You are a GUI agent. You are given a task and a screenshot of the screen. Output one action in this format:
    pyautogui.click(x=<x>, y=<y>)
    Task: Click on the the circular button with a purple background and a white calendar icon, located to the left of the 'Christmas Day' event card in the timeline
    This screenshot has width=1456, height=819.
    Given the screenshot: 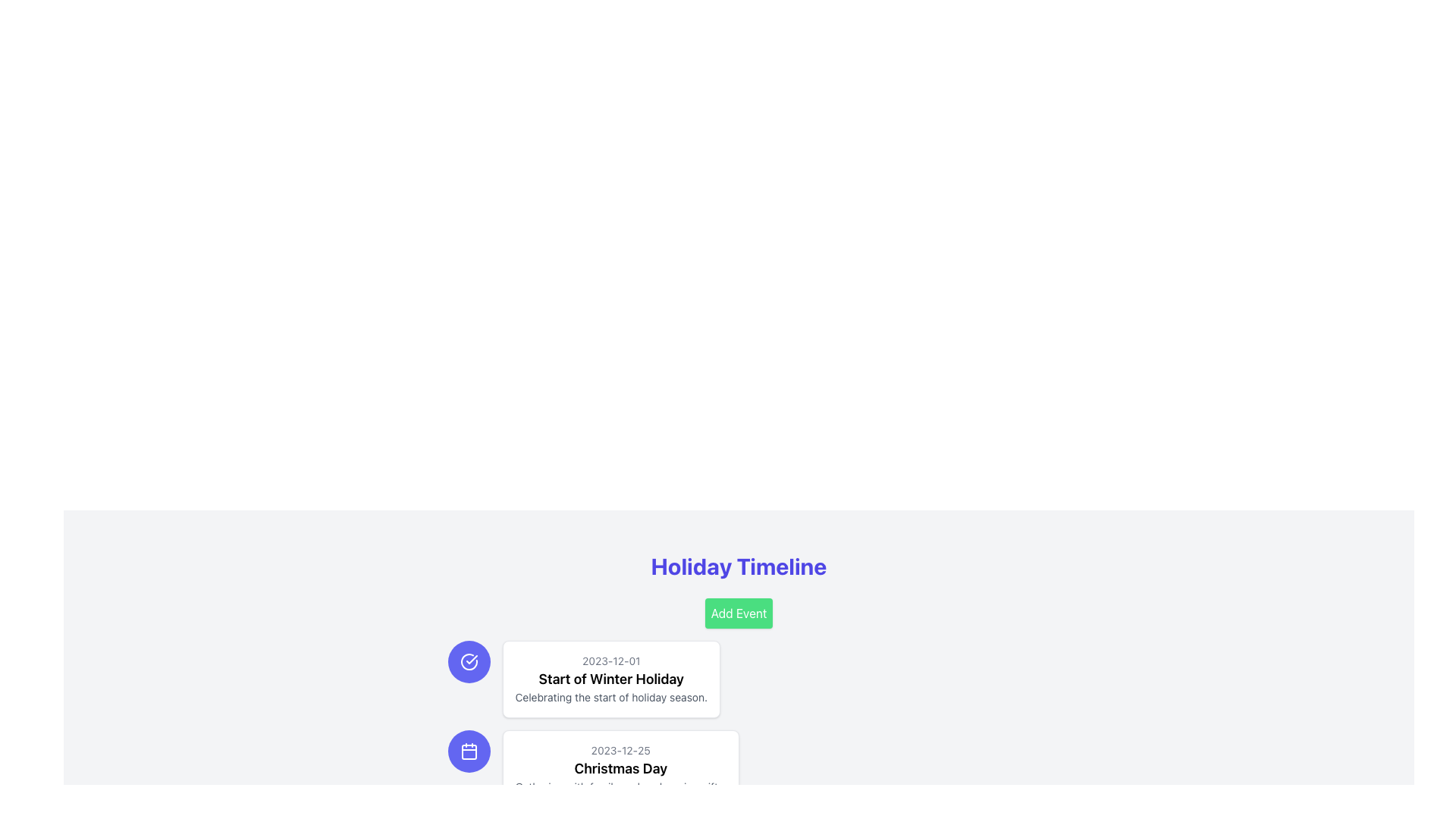 What is the action you would take?
    pyautogui.click(x=468, y=752)
    